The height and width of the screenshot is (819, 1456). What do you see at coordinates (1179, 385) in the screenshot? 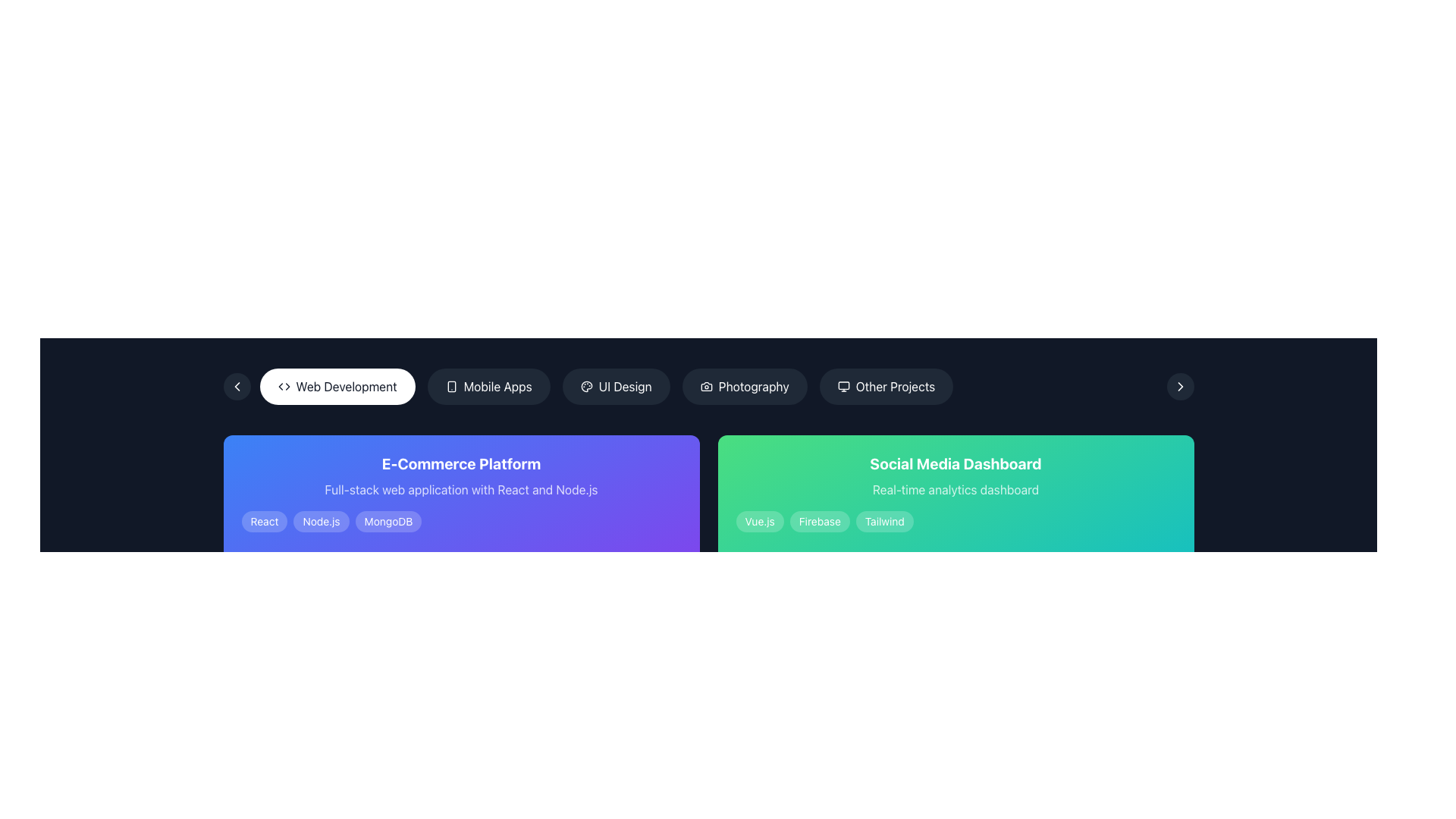
I see `the right-facing chevron icon with a white stroke located in a circular dark background in the top-right corner of the interface` at bounding box center [1179, 385].